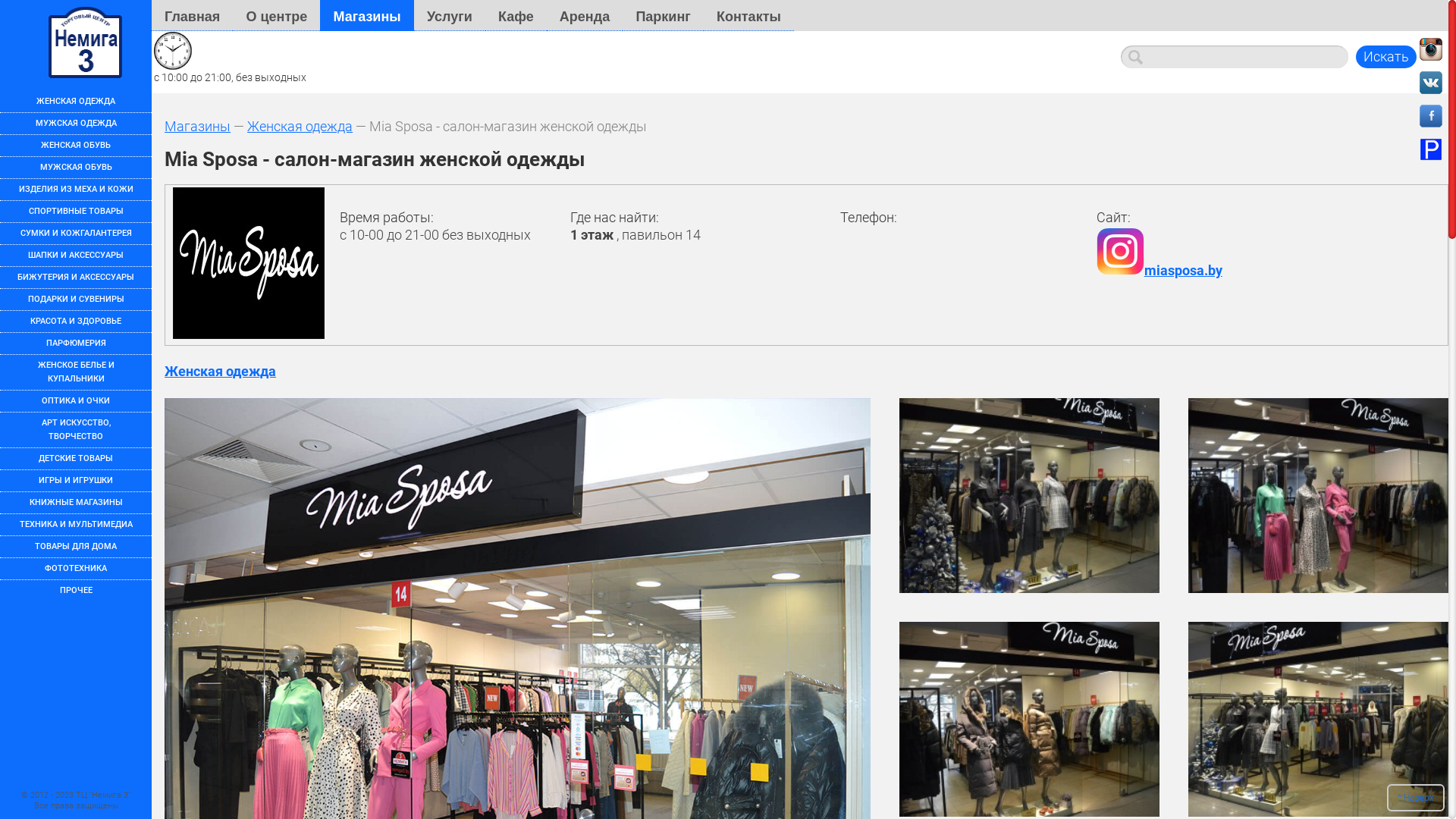 This screenshot has width=1456, height=819. I want to click on 'miasposa.by', so click(1096, 269).